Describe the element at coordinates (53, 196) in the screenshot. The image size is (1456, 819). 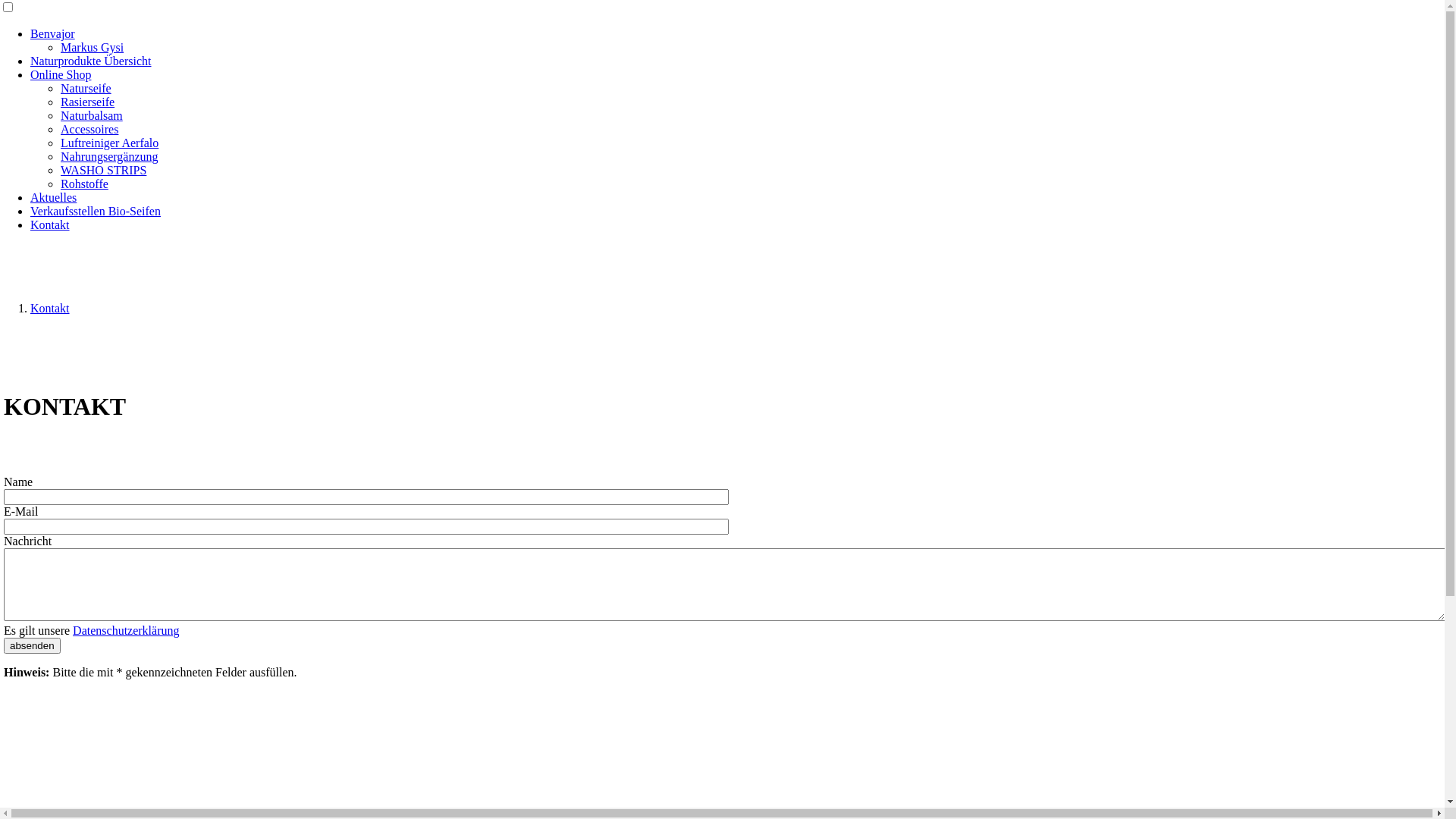
I see `'Aktuelles'` at that location.